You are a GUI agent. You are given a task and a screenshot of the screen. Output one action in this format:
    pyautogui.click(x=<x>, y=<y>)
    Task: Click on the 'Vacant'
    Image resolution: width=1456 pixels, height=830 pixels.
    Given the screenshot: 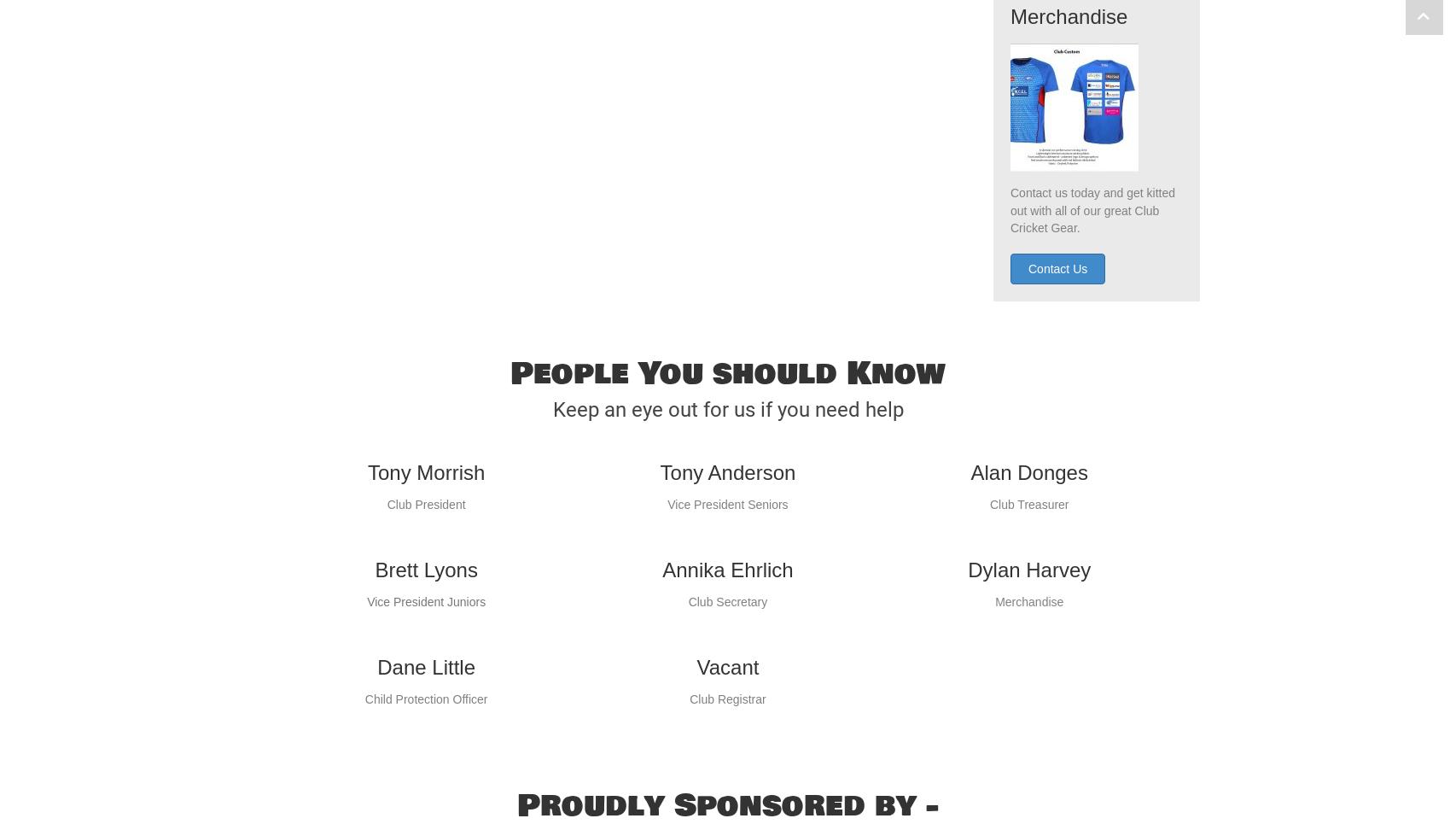 What is the action you would take?
    pyautogui.click(x=695, y=701)
    